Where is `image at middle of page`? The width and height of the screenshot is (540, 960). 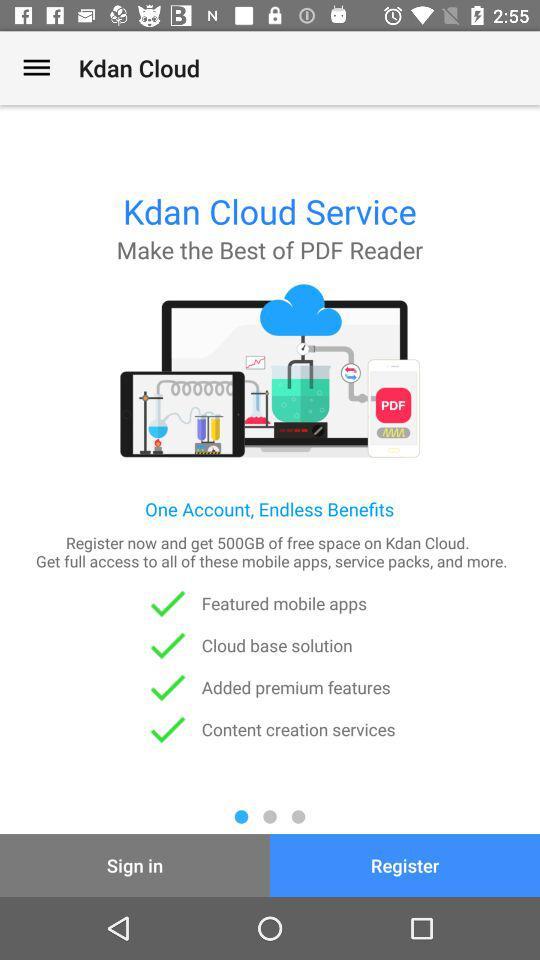 image at middle of page is located at coordinates (270, 370).